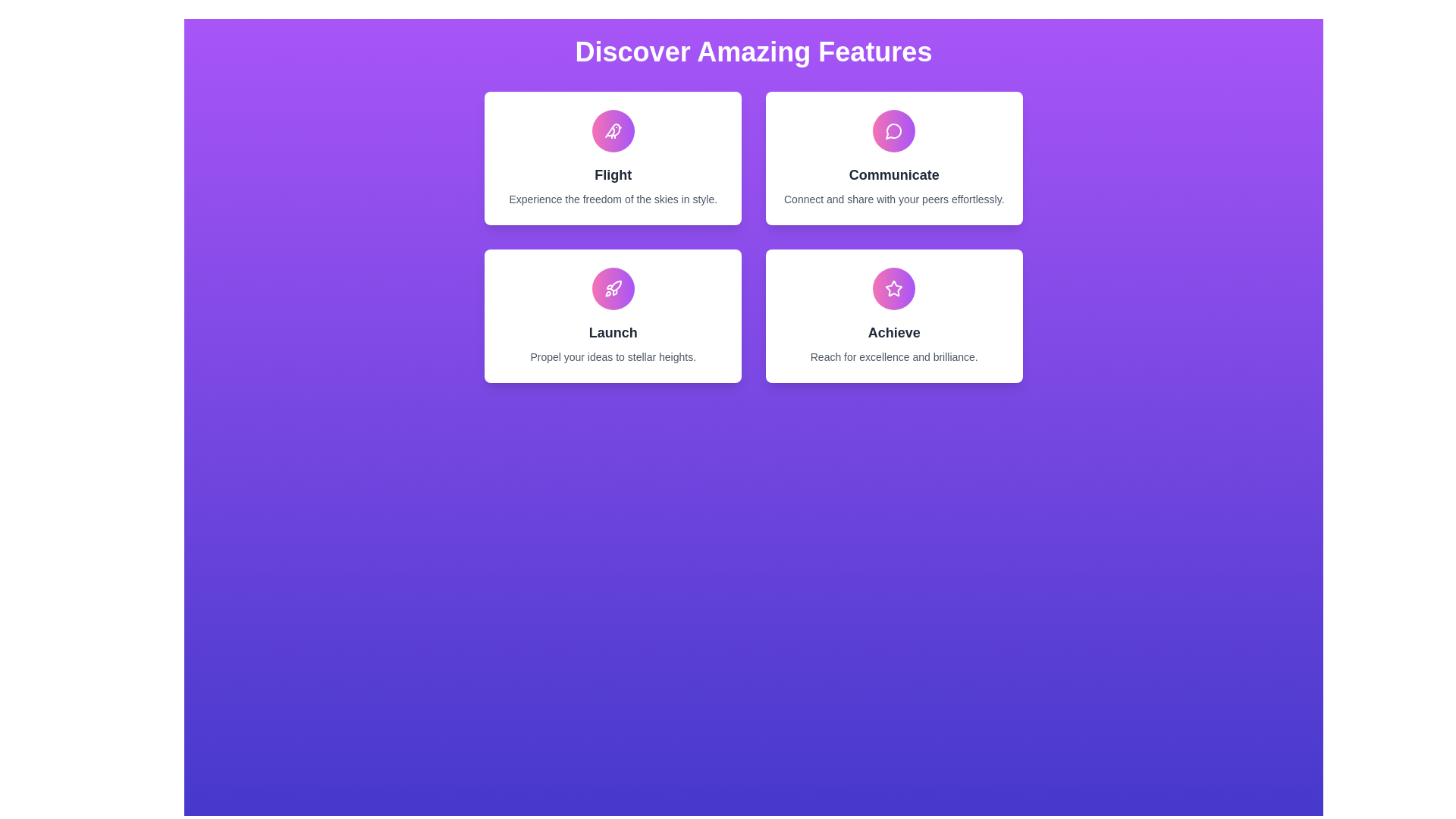 The height and width of the screenshot is (819, 1456). Describe the element at coordinates (894, 174) in the screenshot. I see `the text label displaying 'Communicate'` at that location.